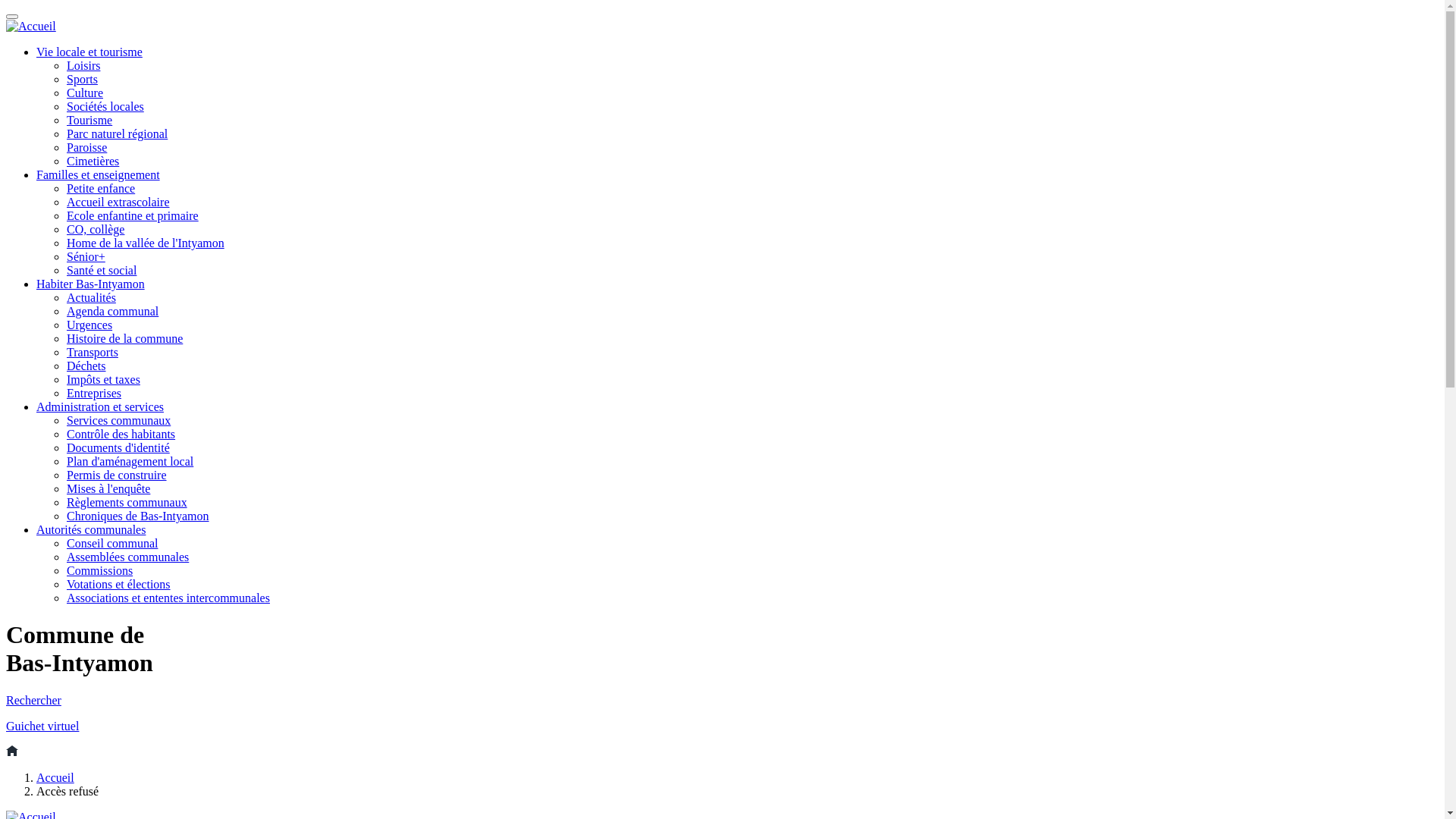 The width and height of the screenshot is (1456, 819). What do you see at coordinates (83, 64) in the screenshot?
I see `'Loisirs'` at bounding box center [83, 64].